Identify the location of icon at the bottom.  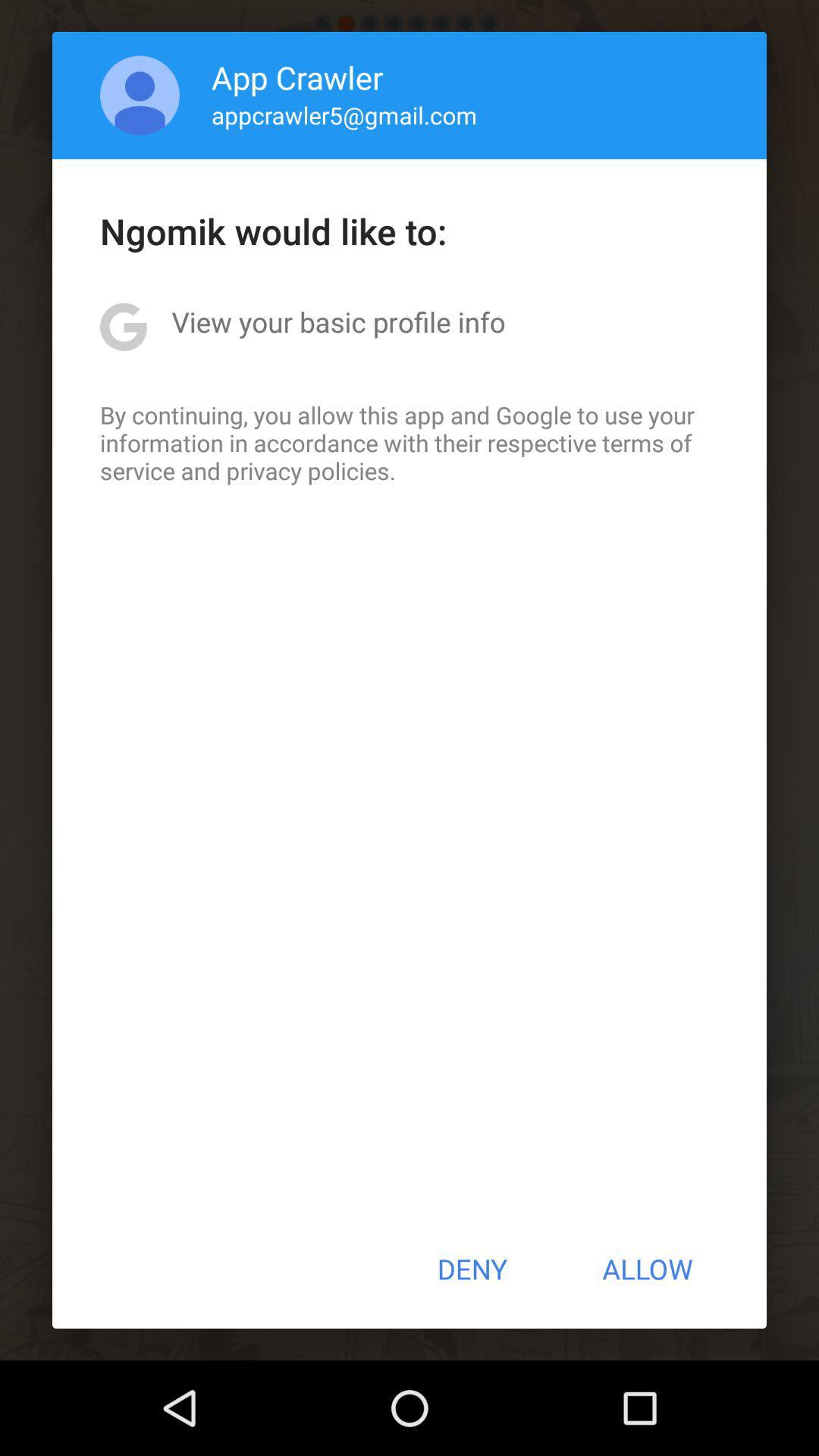
(471, 1269).